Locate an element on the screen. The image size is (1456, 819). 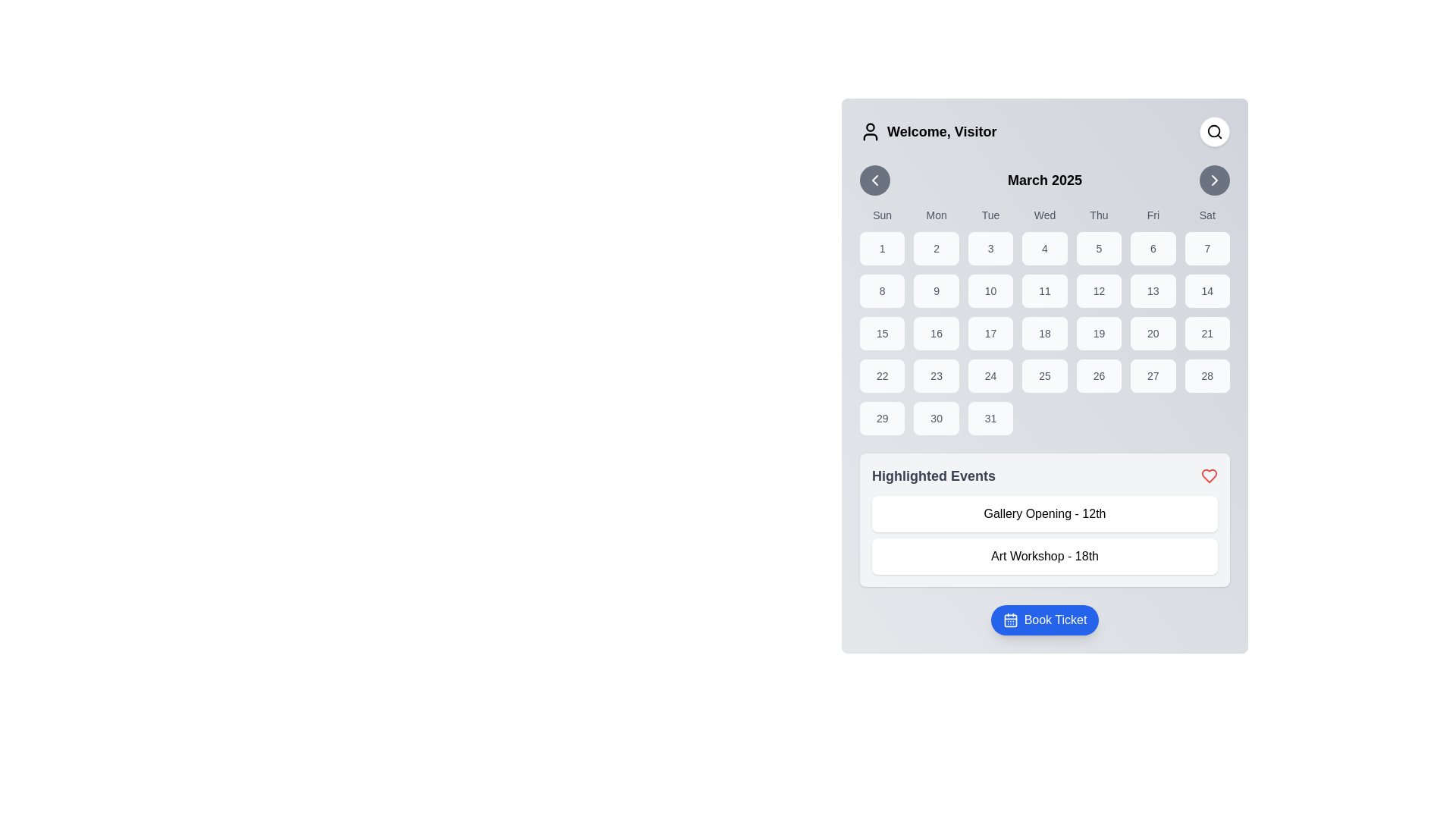
the circular button with a gray background and a left-pointing chevron icon, located to the left of the text 'March 2025' is located at coordinates (874, 180).